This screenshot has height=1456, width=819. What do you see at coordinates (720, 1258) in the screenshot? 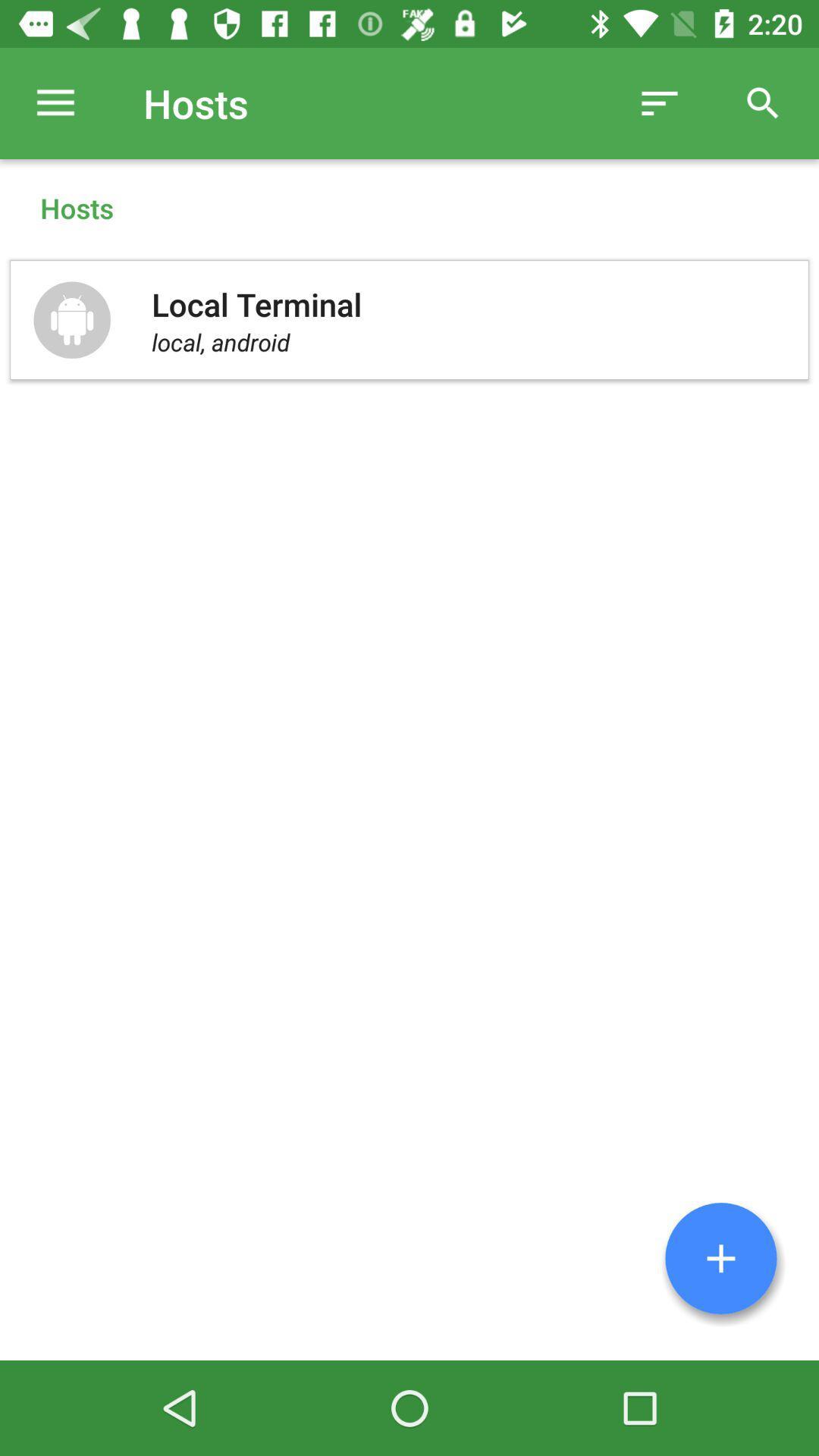
I see `icon below local, android` at bounding box center [720, 1258].